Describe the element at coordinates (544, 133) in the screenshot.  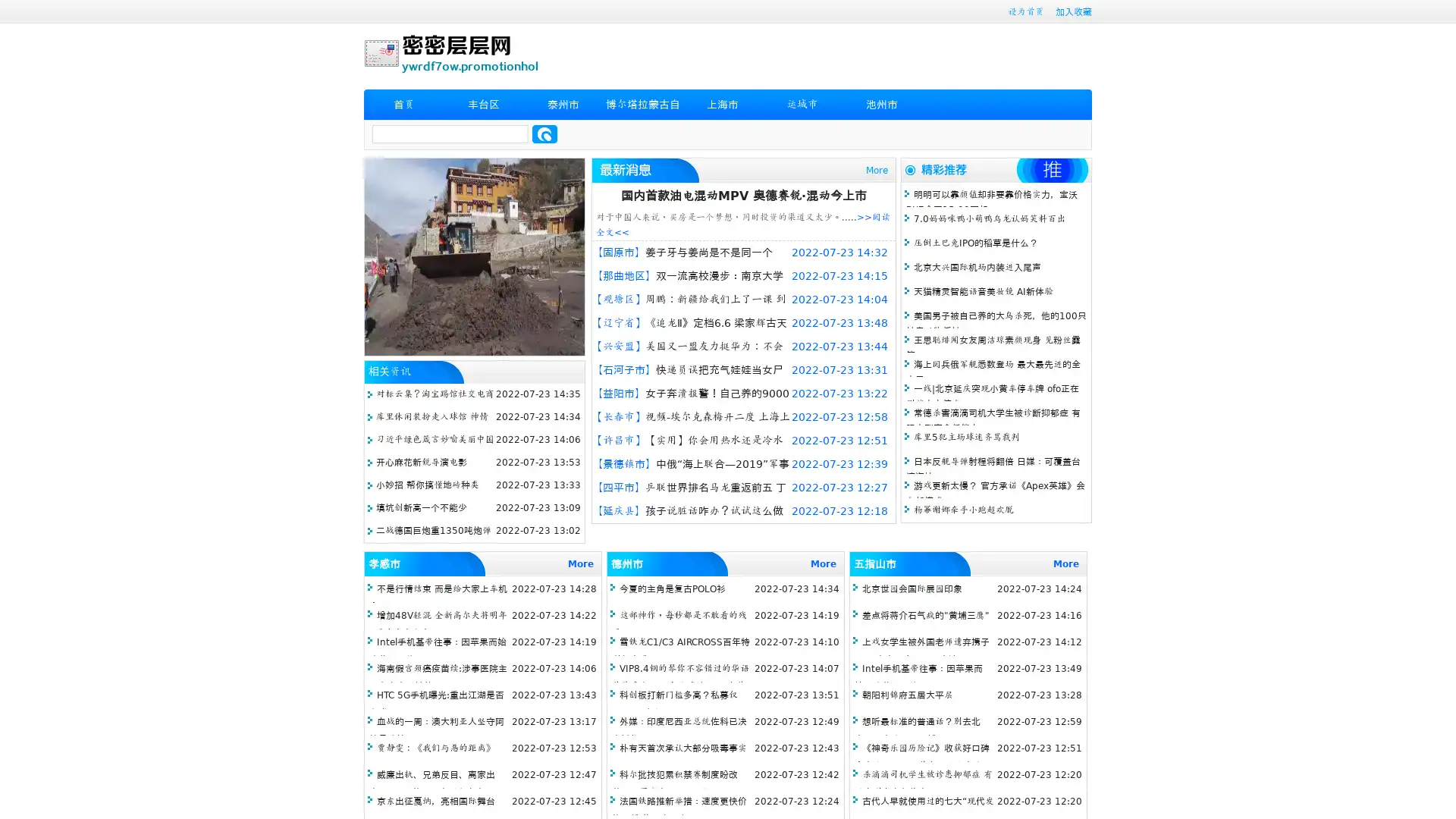
I see `Search` at that location.